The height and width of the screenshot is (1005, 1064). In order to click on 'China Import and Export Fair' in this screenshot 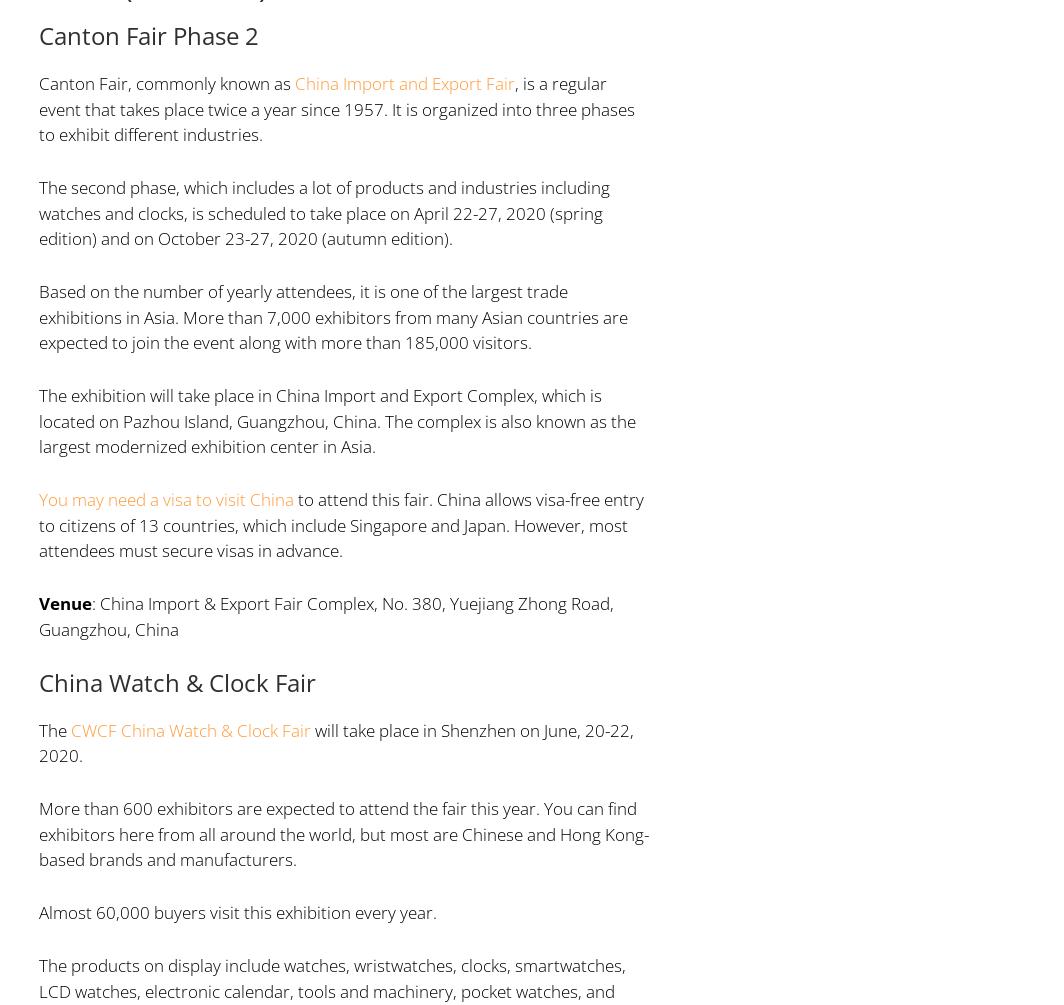, I will do `click(404, 83)`.